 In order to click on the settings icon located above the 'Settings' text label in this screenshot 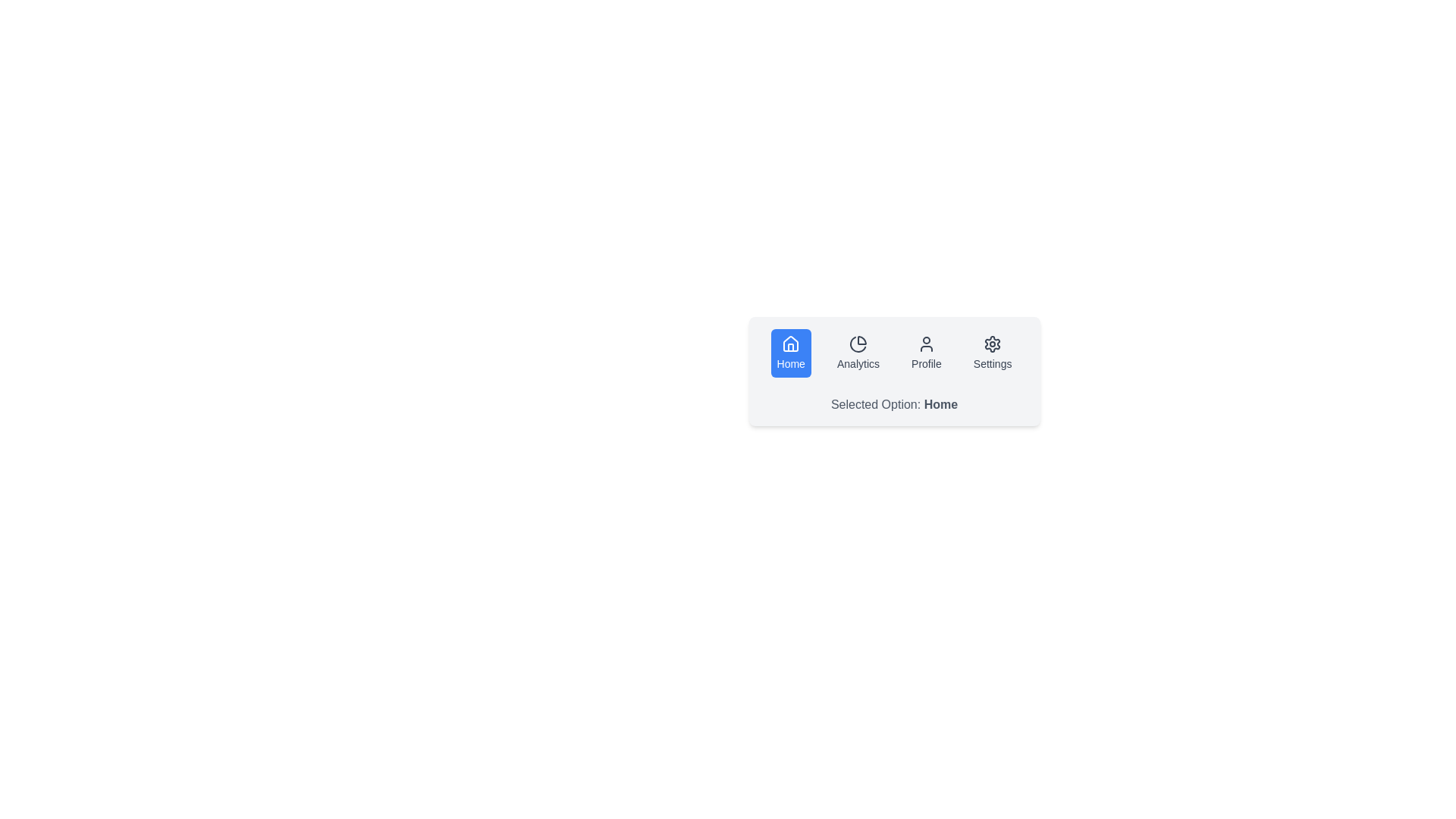, I will do `click(993, 344)`.